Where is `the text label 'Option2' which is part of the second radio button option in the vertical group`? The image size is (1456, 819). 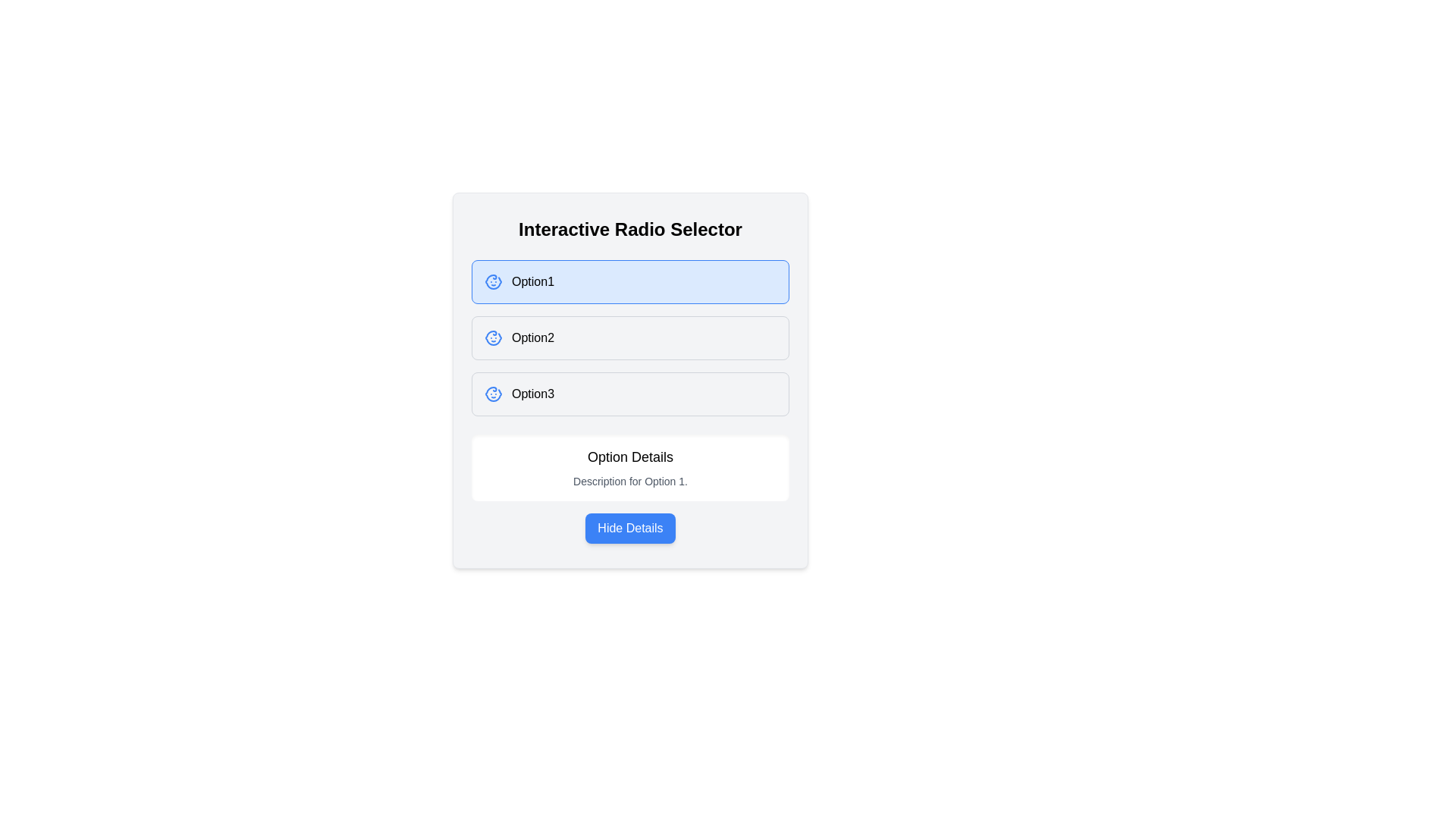
the text label 'Option2' which is part of the second radio button option in the vertical group is located at coordinates (533, 337).